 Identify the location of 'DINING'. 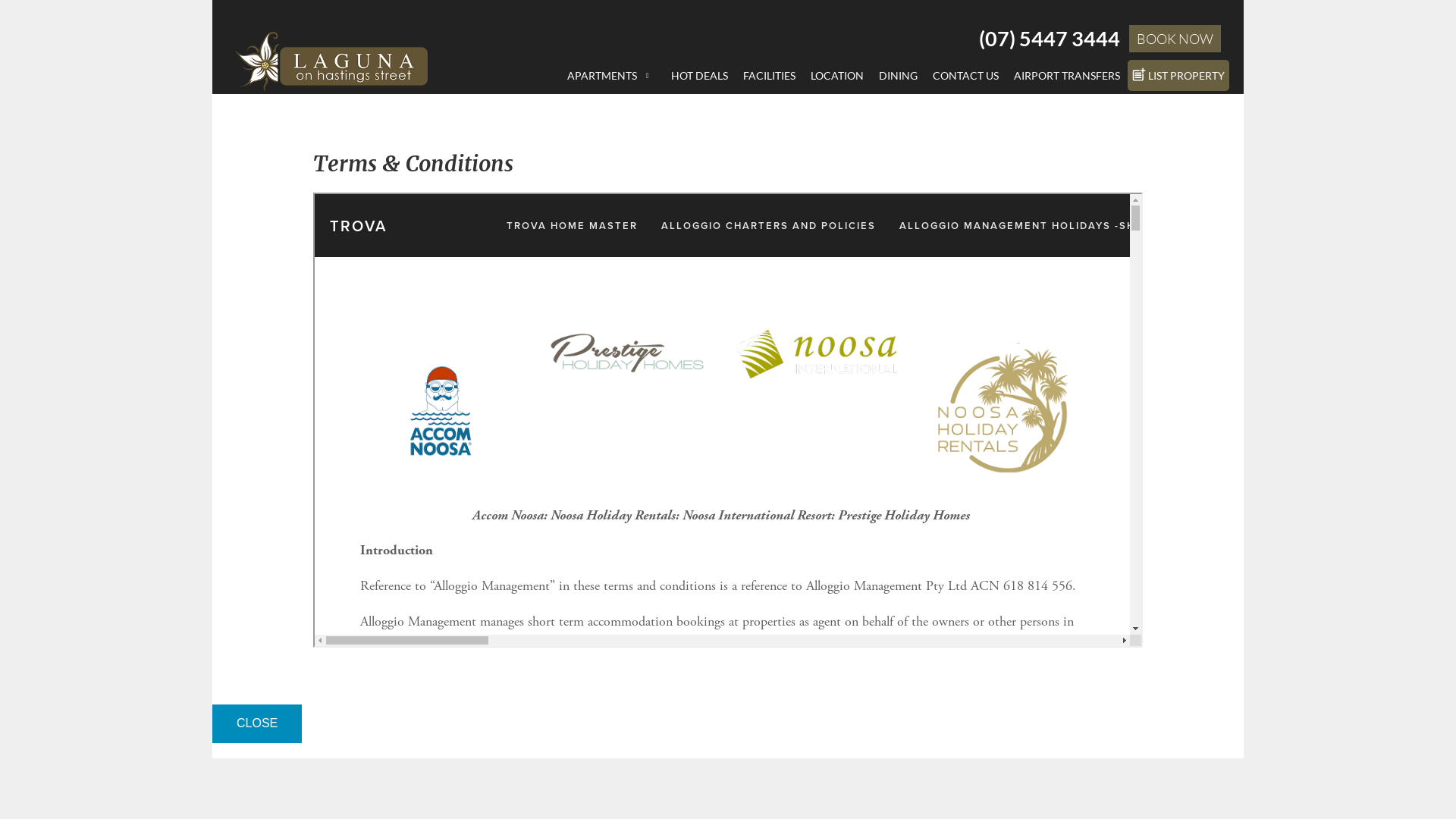
(898, 75).